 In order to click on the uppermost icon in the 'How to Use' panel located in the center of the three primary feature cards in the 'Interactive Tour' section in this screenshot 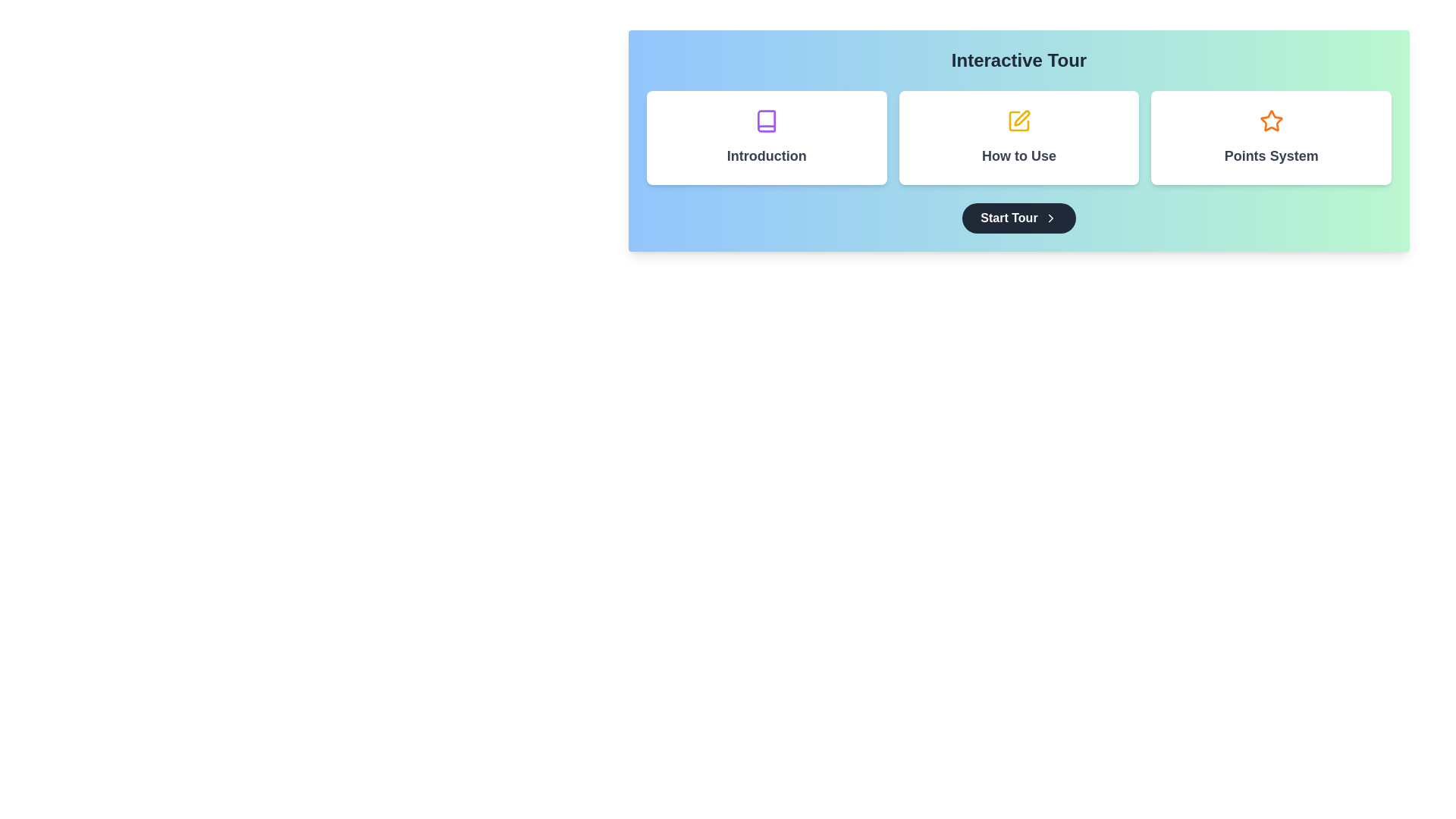, I will do `click(1019, 120)`.